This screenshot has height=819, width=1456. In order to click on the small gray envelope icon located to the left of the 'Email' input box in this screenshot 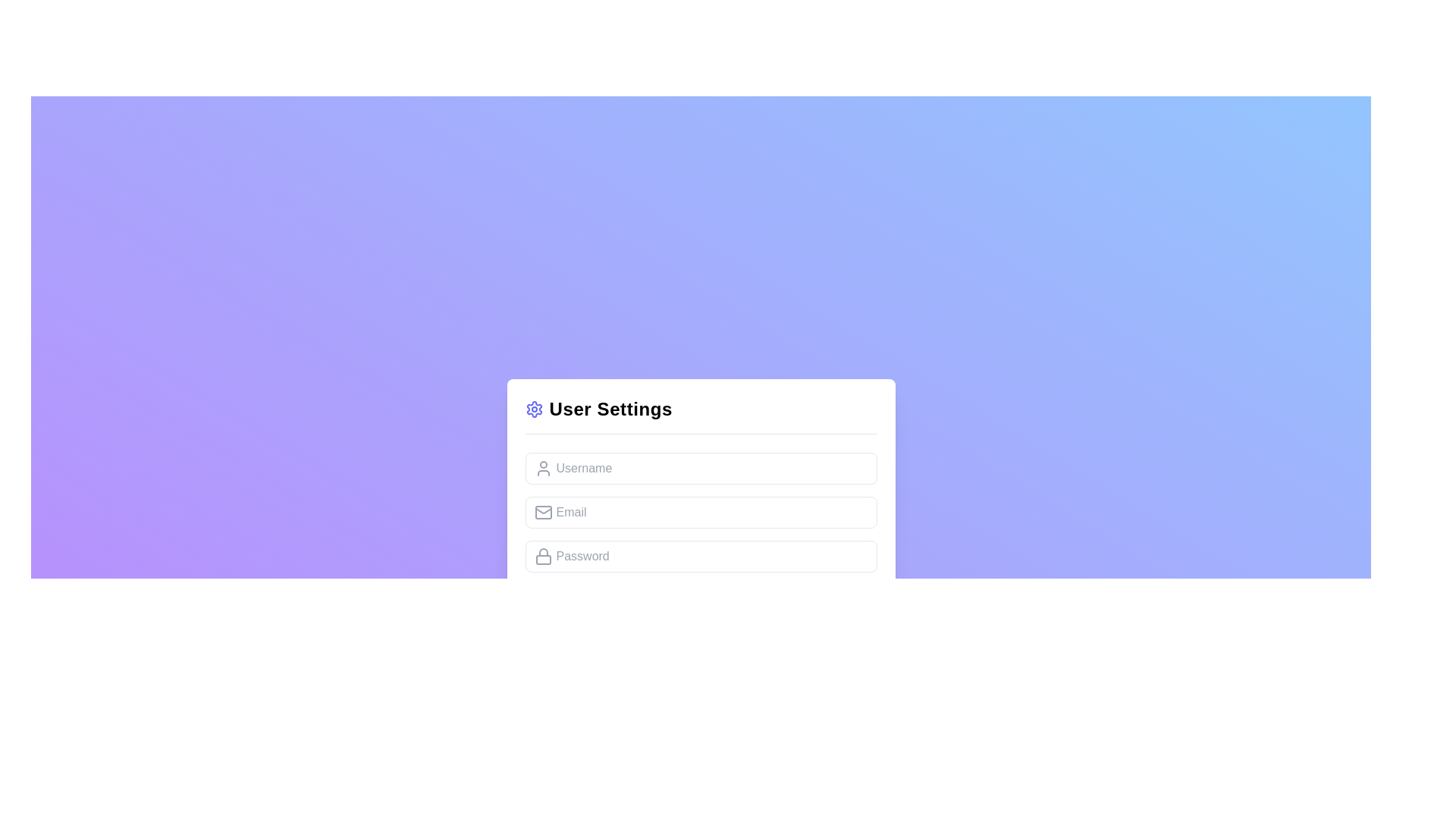, I will do `click(543, 512)`.